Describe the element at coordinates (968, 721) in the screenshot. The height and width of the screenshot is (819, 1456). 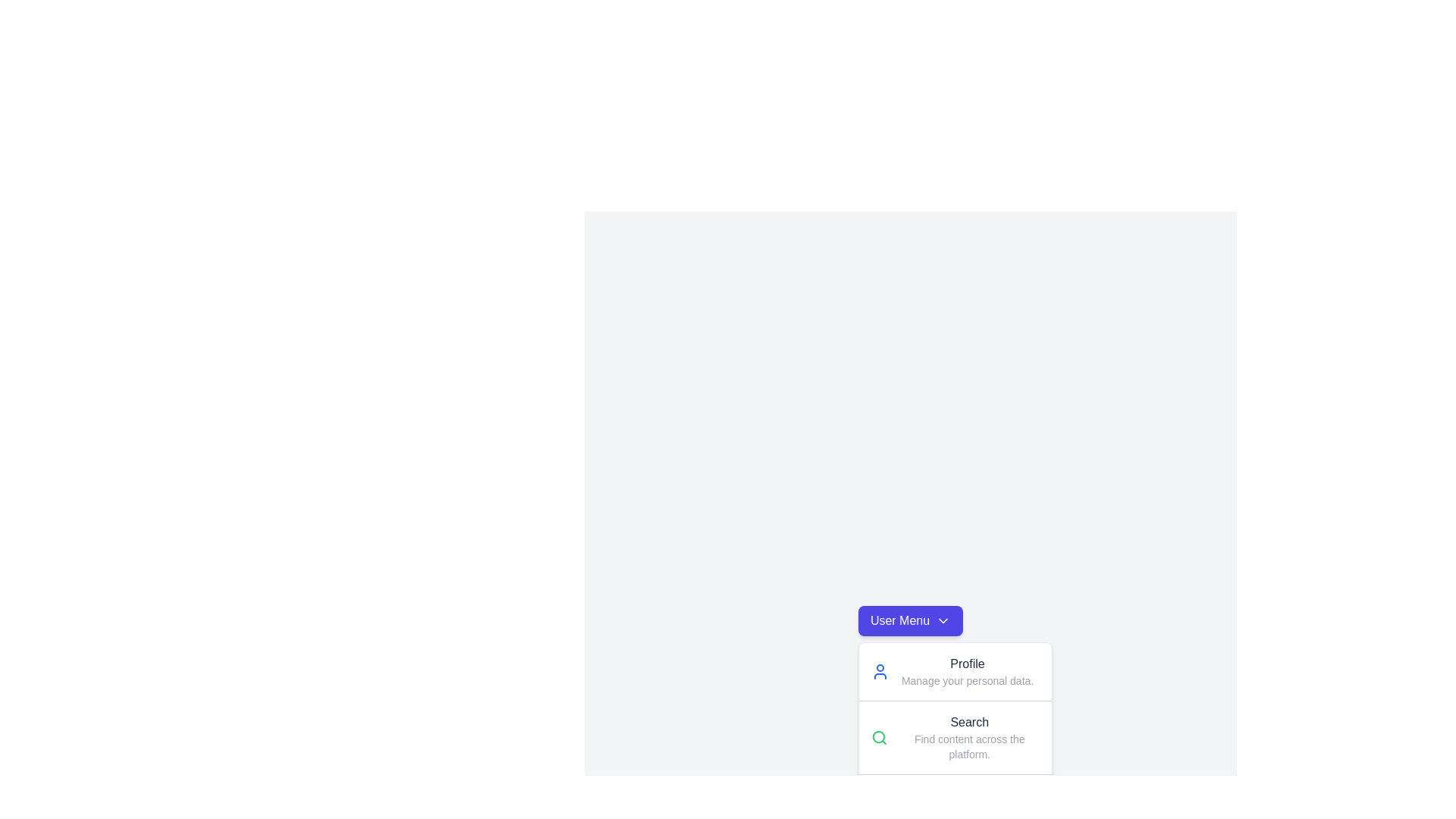
I see `the 'Search' label that is styled in a medium font weight and dark gray color, located within the dropdown menu under the 'User Menu' button` at that location.